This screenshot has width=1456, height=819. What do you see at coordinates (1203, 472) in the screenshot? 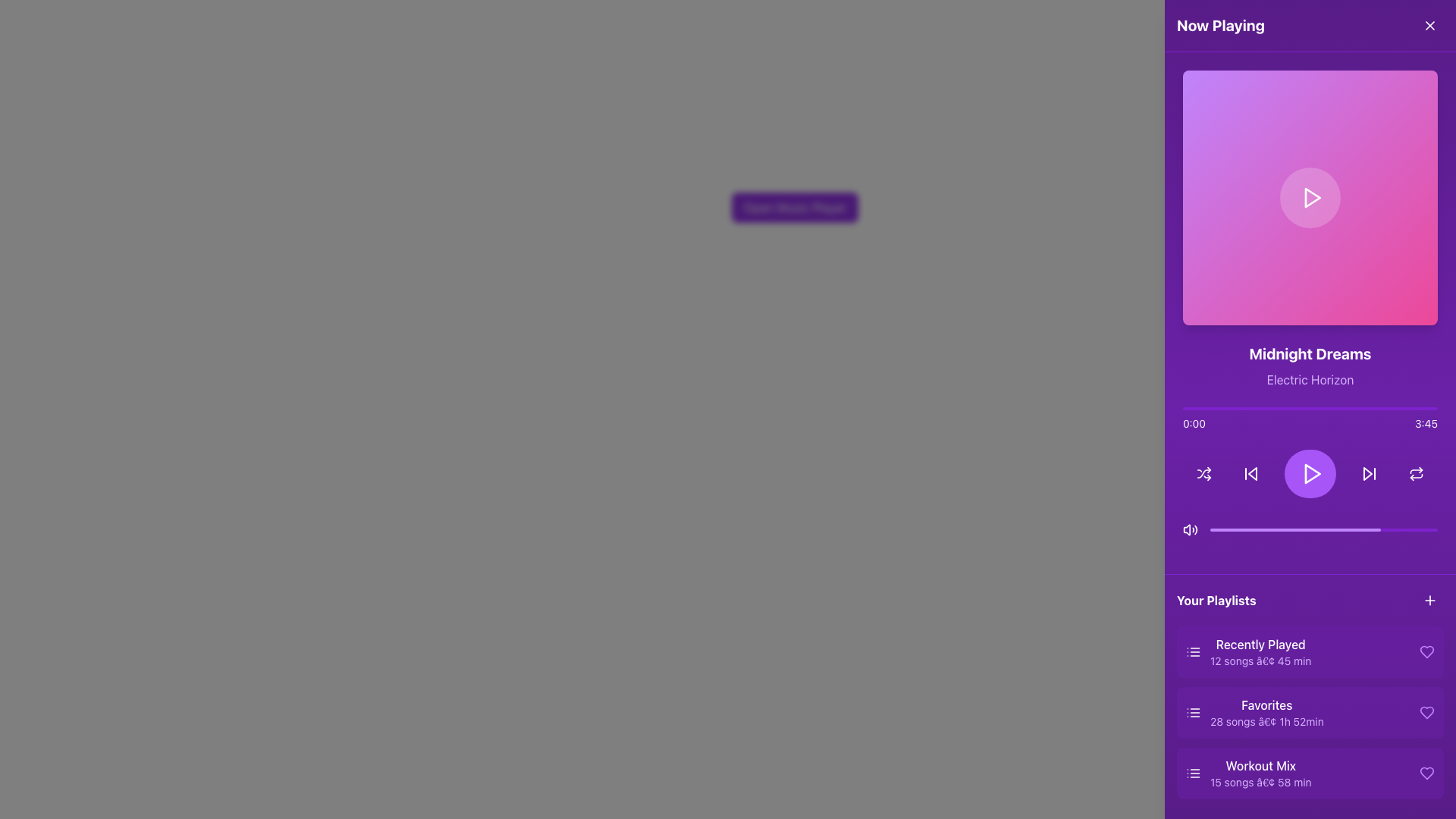
I see `the circular purple button with a white shuffle icon` at bounding box center [1203, 472].